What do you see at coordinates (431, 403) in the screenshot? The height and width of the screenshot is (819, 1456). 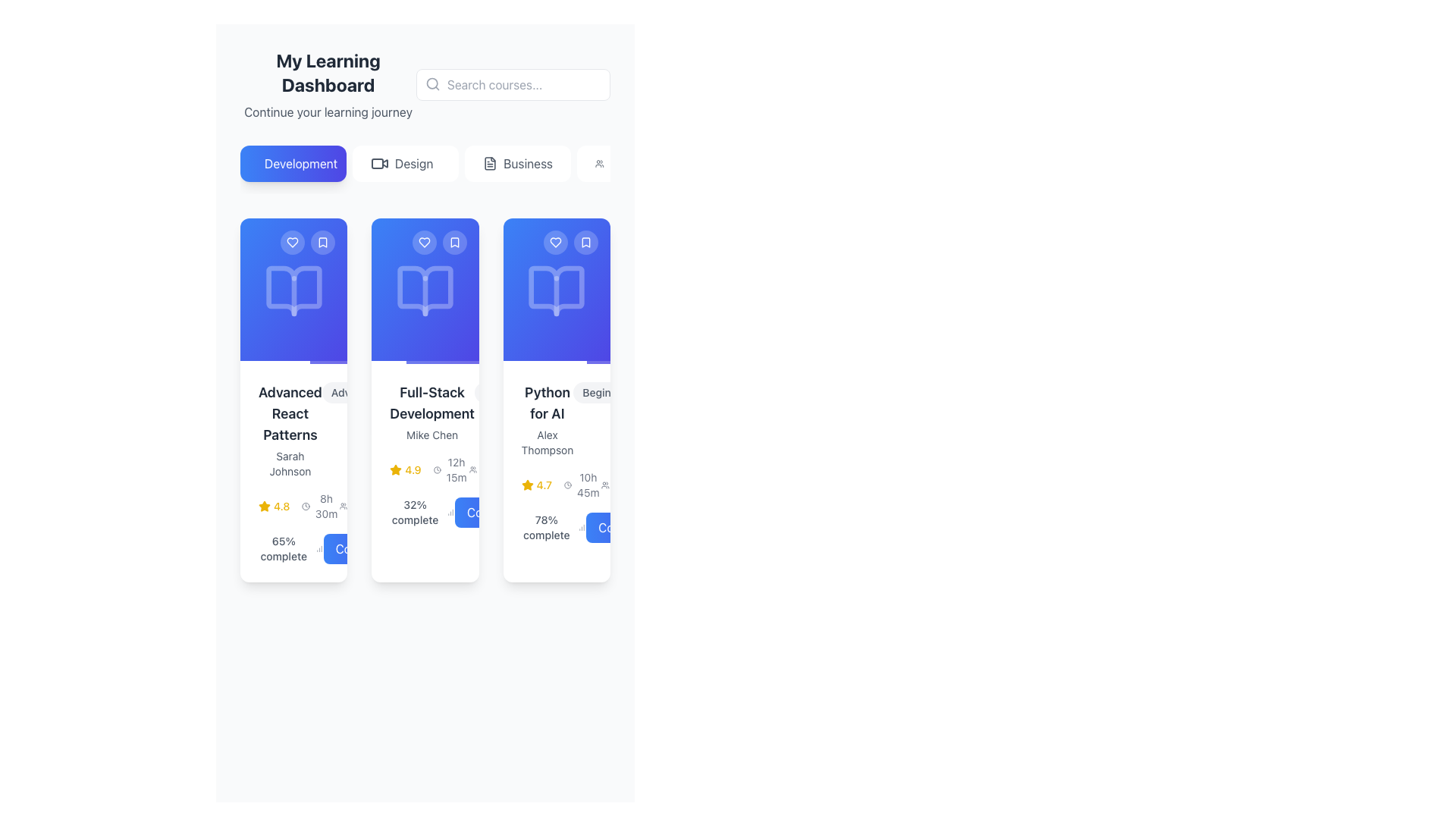 I see `bold, dark gray headline text 'Full-Stack Development' located in the second card of a three-card layout, positioned above 'Mike Chen' and below the icon` at bounding box center [431, 403].